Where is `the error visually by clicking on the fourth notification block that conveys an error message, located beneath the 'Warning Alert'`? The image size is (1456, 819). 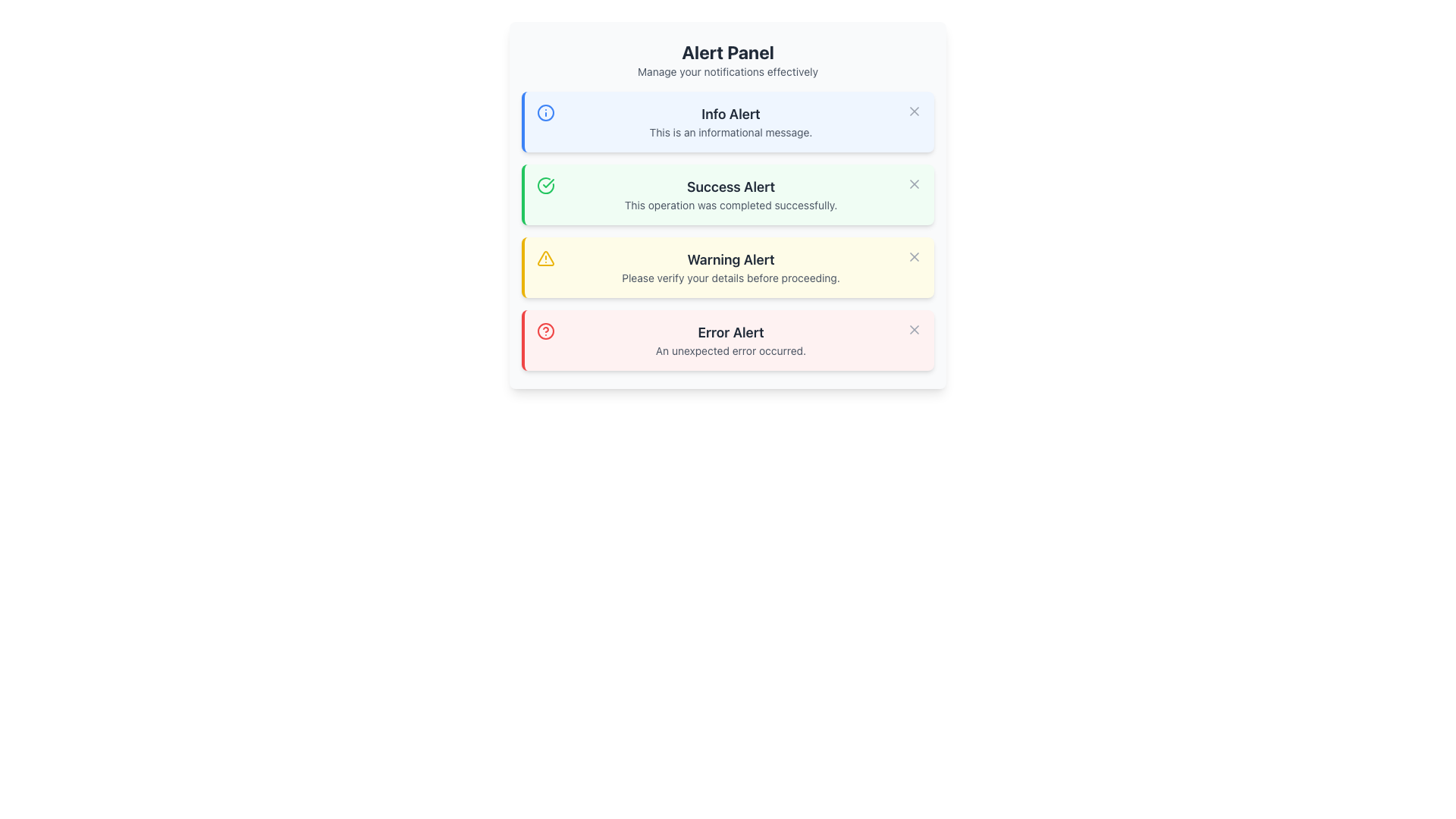 the error visually by clicking on the fourth notification block that conveys an error message, located beneath the 'Warning Alert' is located at coordinates (728, 339).